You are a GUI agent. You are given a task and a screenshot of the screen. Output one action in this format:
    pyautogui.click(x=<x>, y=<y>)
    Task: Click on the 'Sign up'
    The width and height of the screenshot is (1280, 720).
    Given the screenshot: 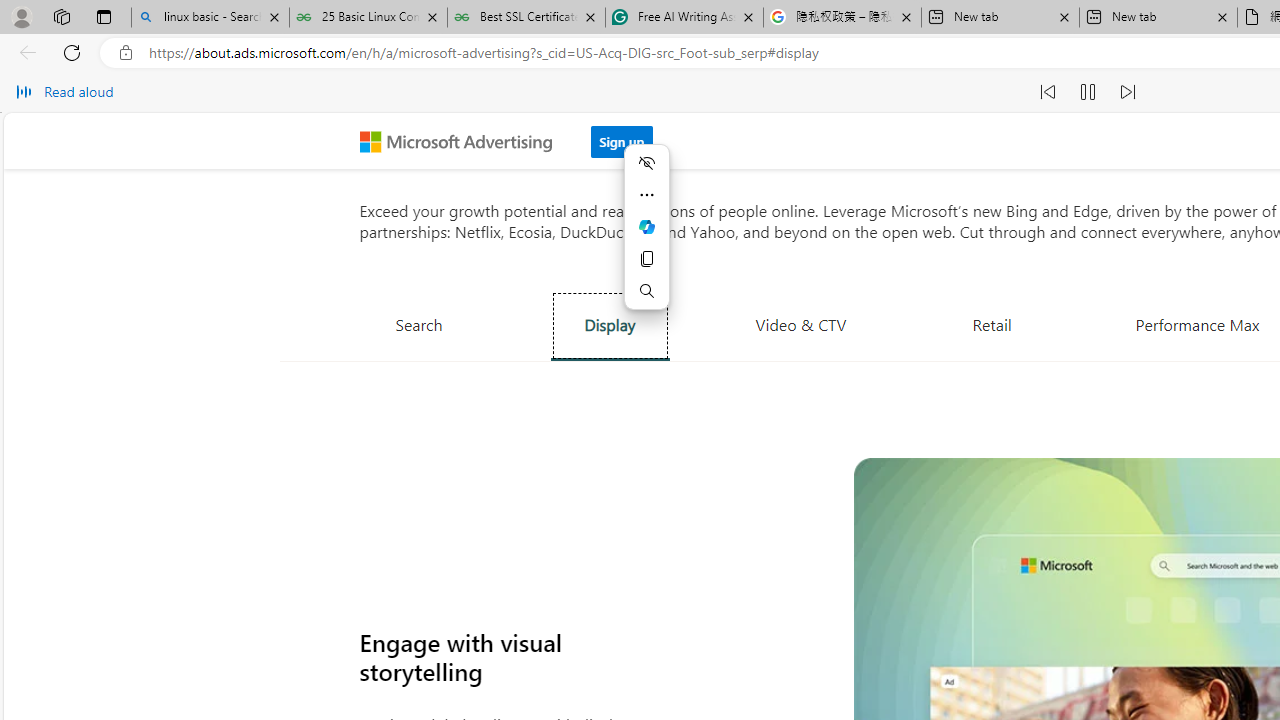 What is the action you would take?
    pyautogui.click(x=621, y=140)
    